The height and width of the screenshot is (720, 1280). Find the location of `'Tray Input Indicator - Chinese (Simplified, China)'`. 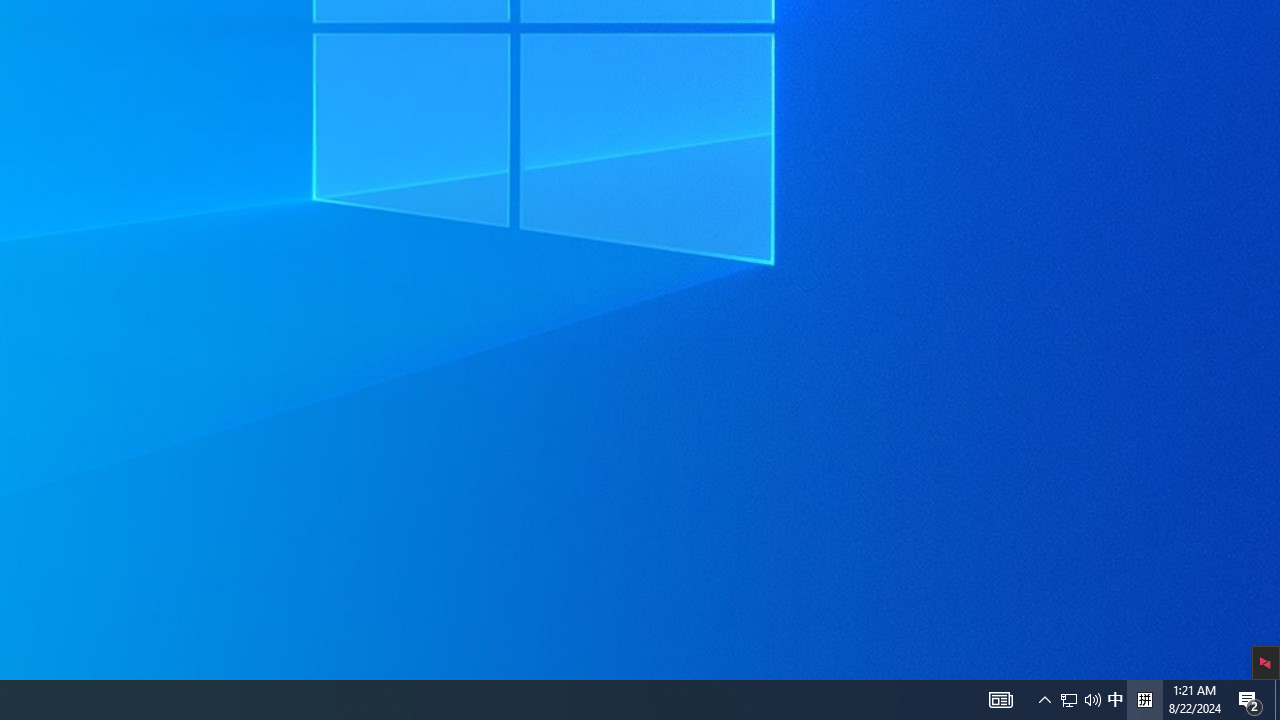

'Tray Input Indicator - Chinese (Simplified, China)' is located at coordinates (1092, 698).